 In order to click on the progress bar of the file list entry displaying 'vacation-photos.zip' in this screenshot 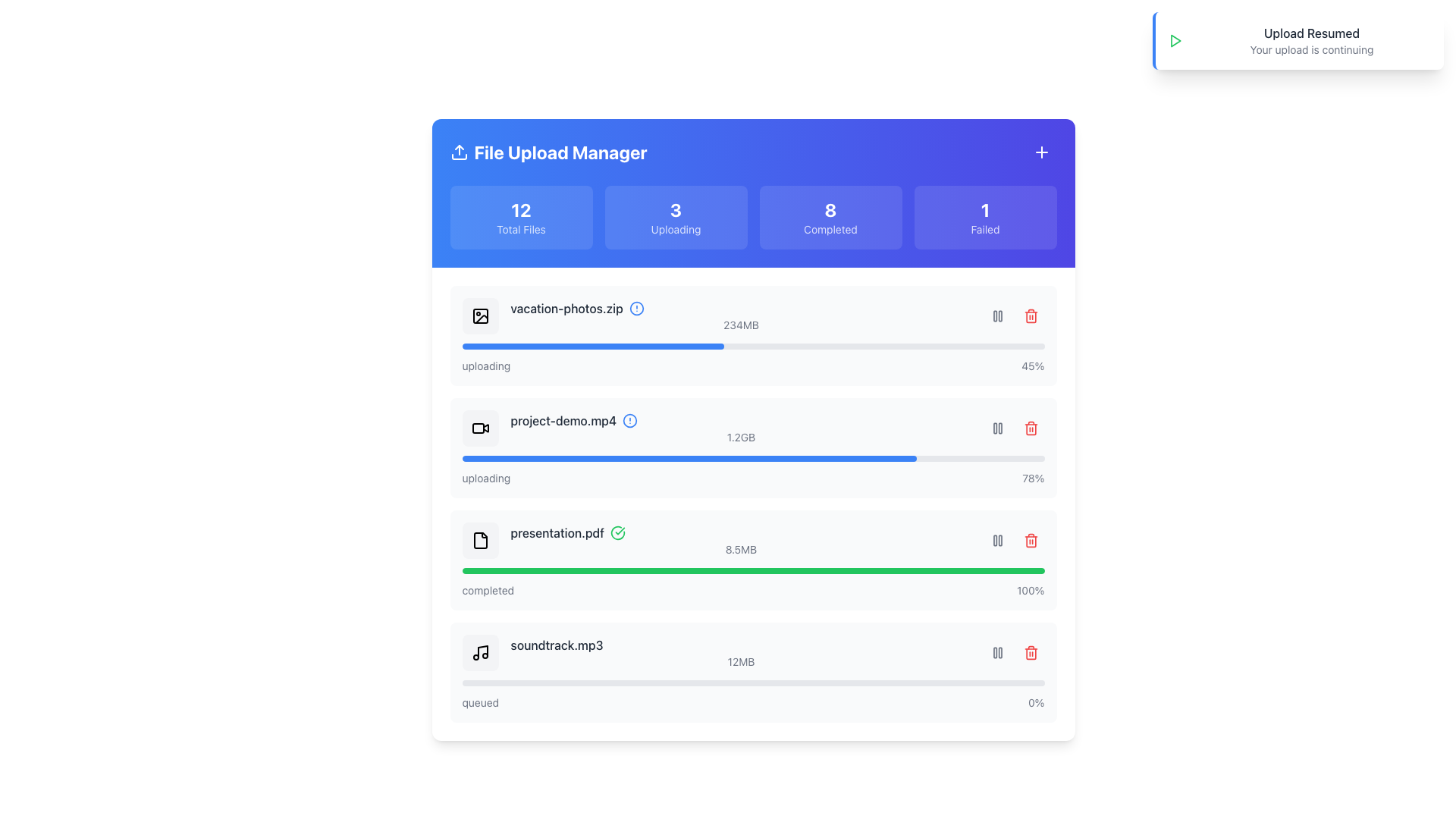, I will do `click(741, 315)`.